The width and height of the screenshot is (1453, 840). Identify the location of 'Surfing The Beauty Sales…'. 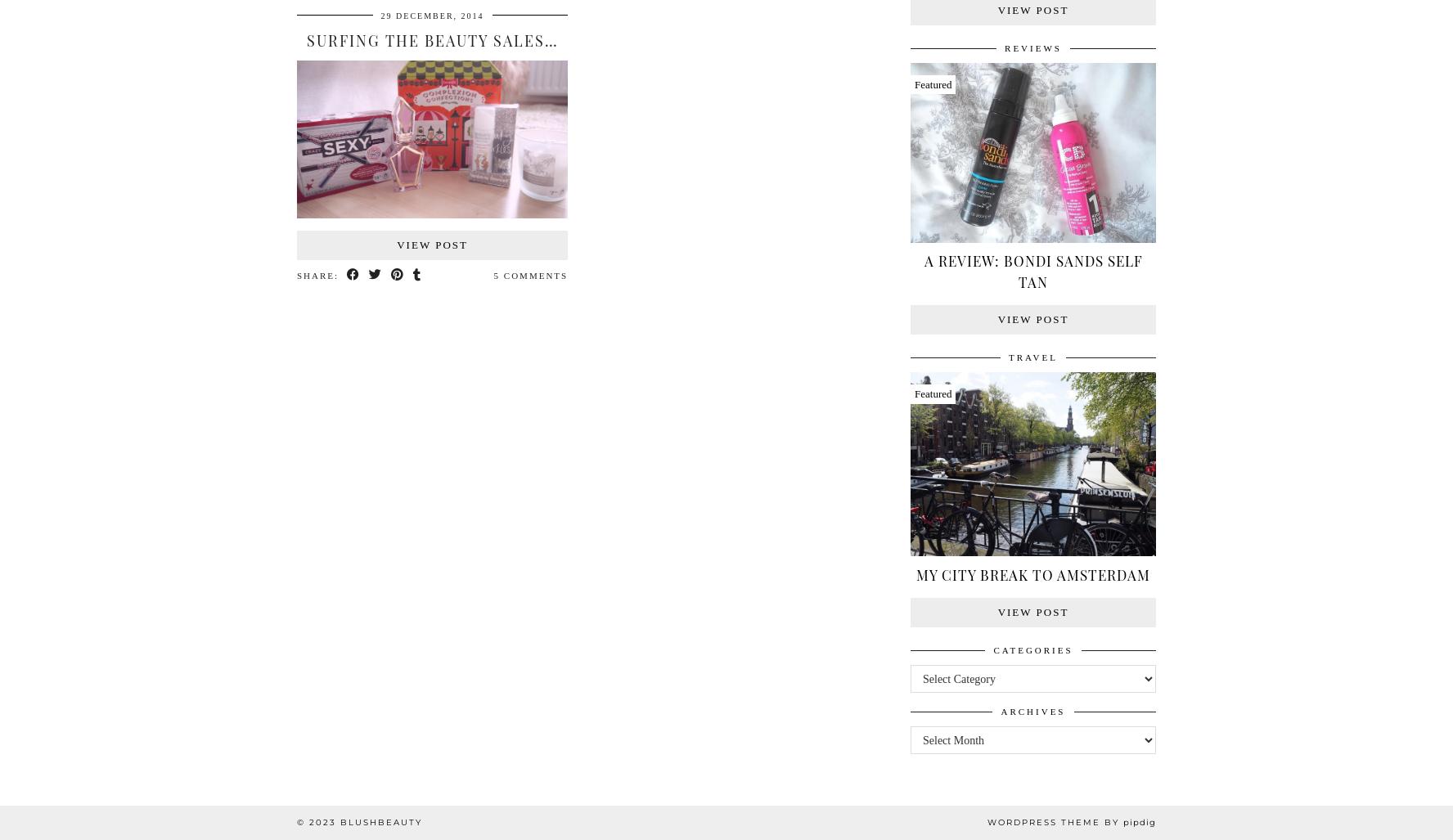
(432, 39).